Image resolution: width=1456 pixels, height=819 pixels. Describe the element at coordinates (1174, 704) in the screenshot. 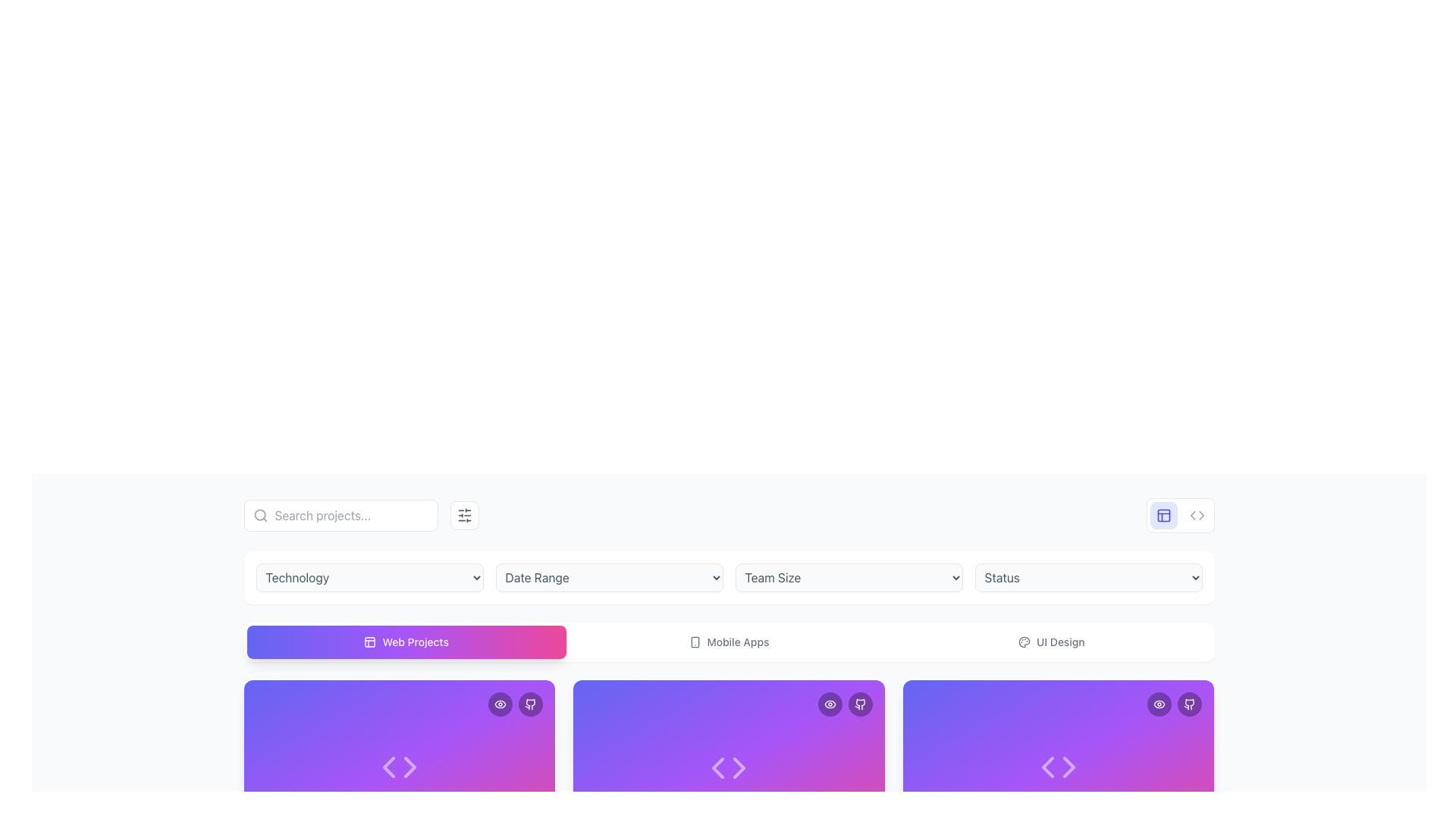

I see `the eye button located at the top-right corner of the purple card in the second row of the grid layout to preview the card content` at that location.